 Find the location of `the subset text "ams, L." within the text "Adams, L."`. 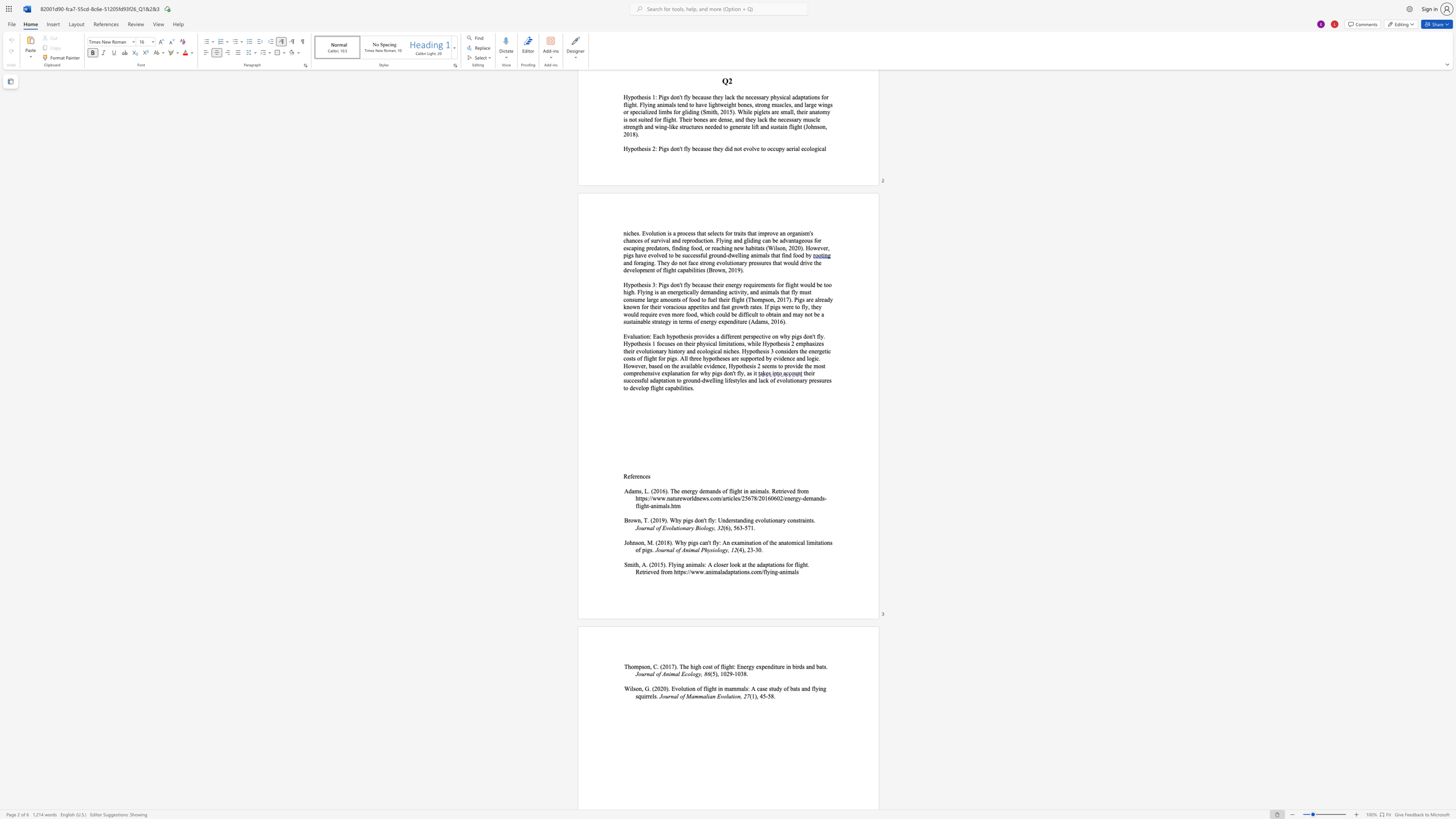

the subset text "ams, L." within the text "Adams, L." is located at coordinates (632, 490).